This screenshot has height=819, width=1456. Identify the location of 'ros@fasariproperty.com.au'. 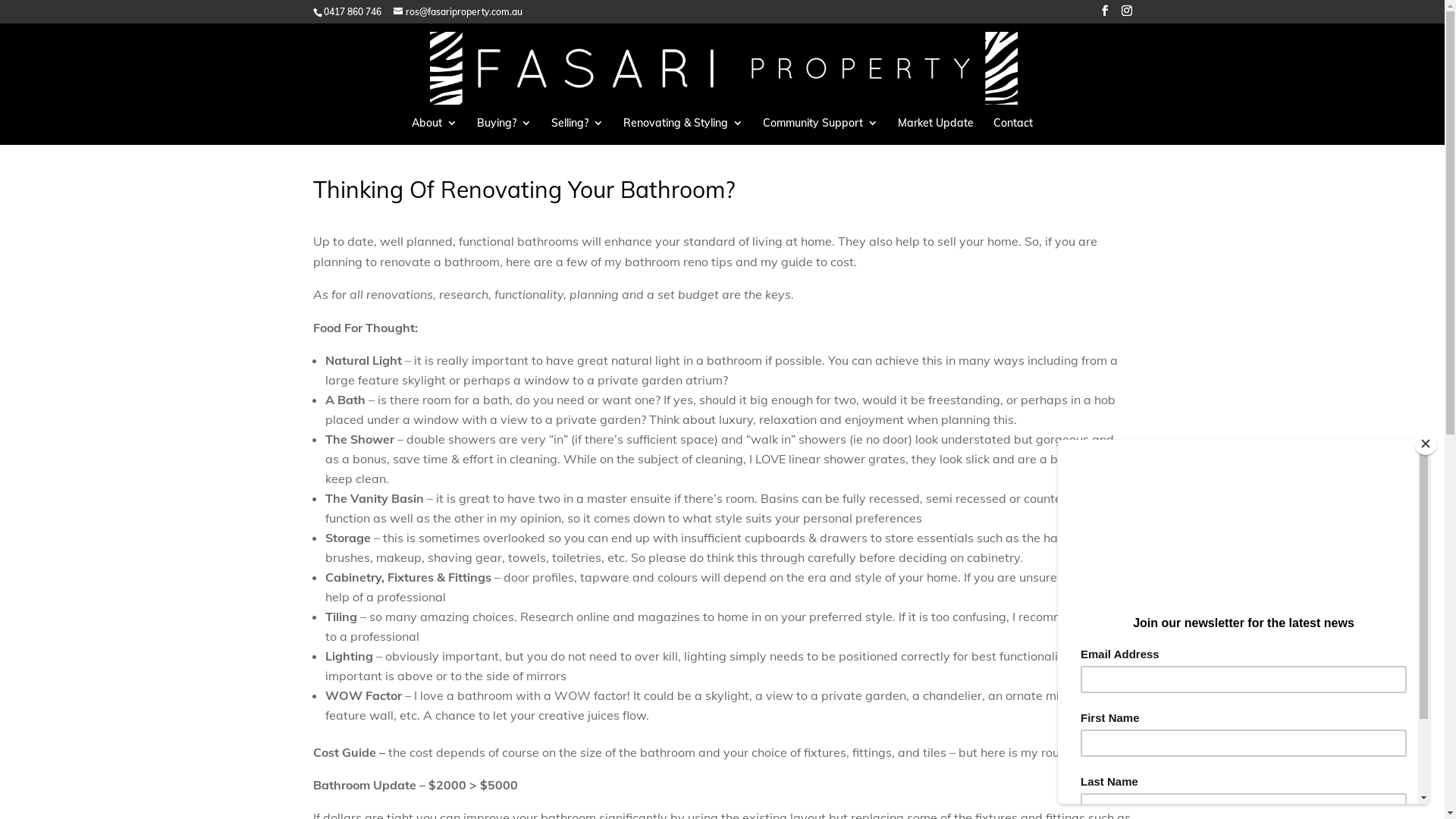
(457, 11).